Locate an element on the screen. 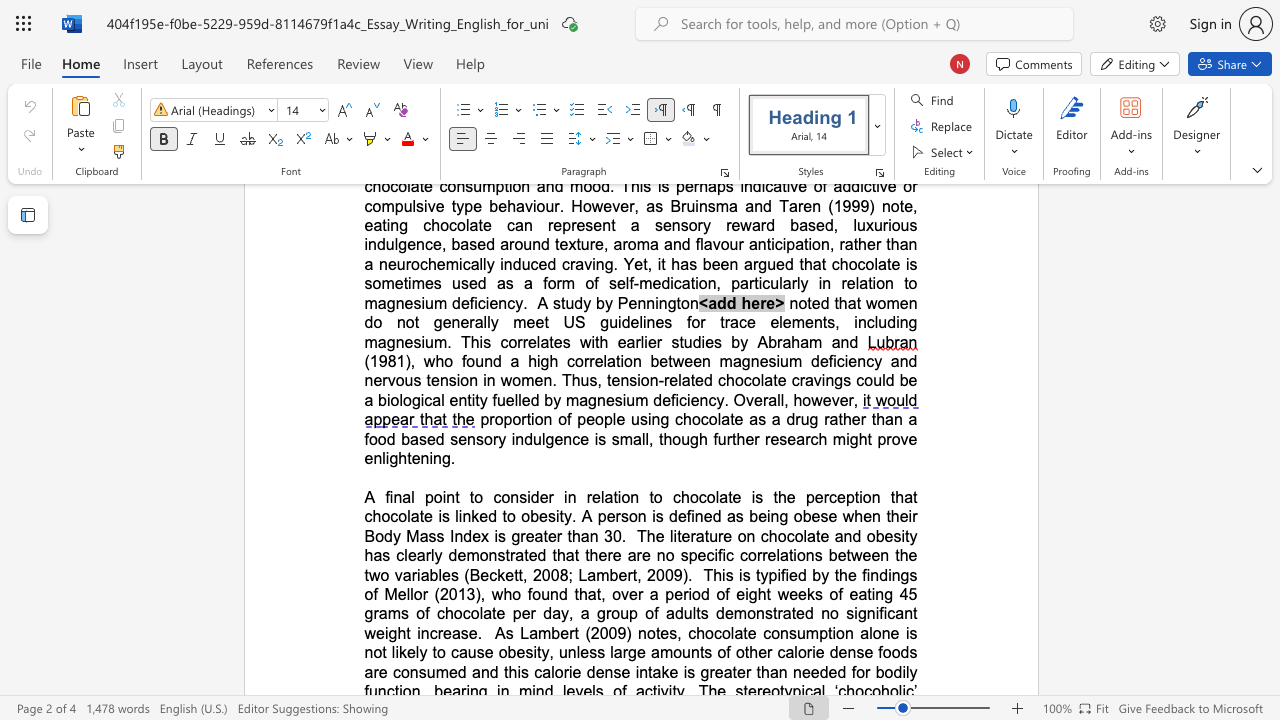 The height and width of the screenshot is (720, 1280). the subset text "strate" within the text "demonstrated" is located at coordinates (497, 555).